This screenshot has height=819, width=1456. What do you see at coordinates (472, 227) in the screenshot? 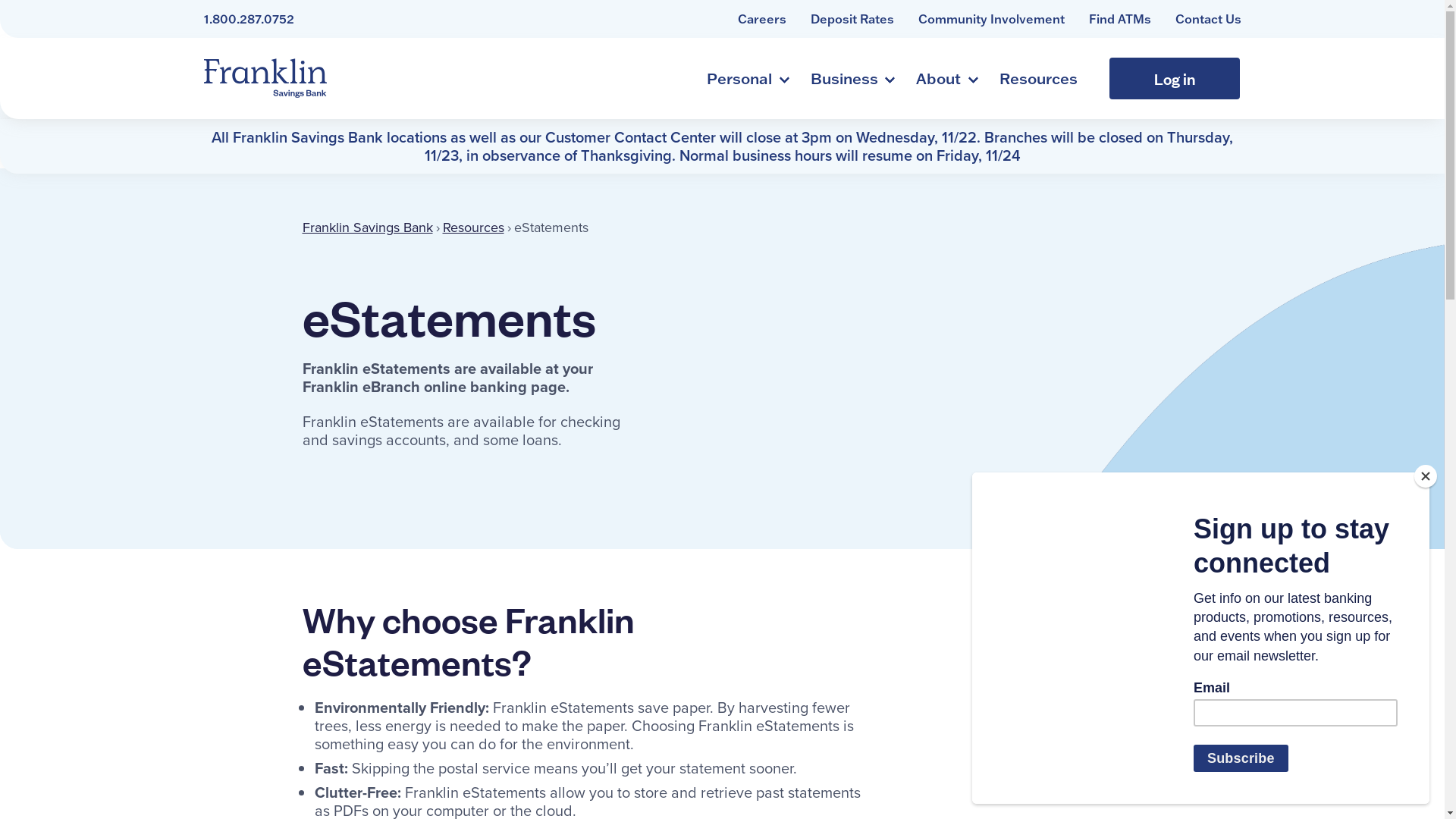
I see `'Resources'` at bounding box center [472, 227].